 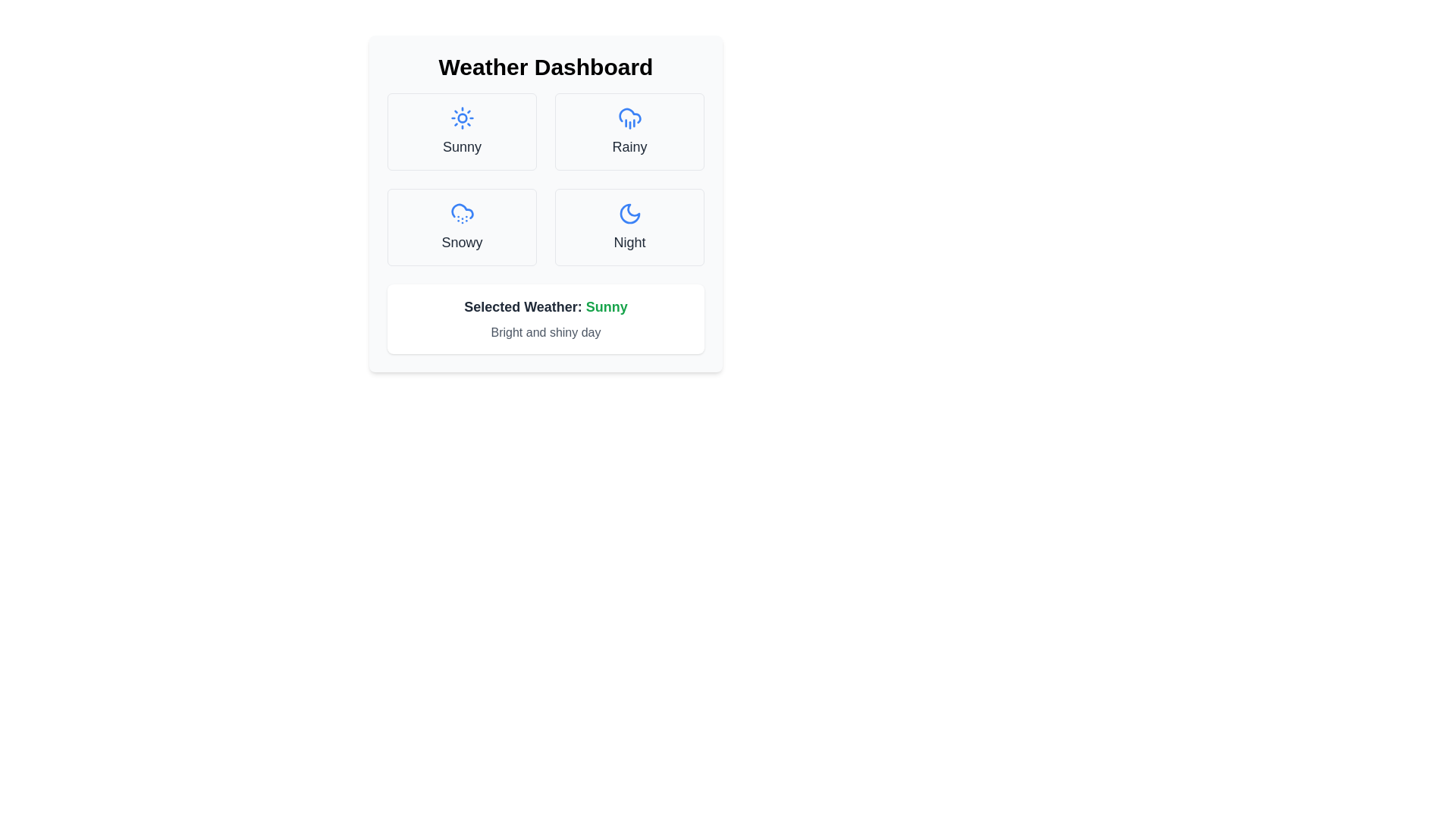 What do you see at coordinates (607, 307) in the screenshot?
I see `the text label indicating the currently chosen weather condition, which displays 'Selected Weather: Sunny' in the 'Selected Weather' section` at bounding box center [607, 307].